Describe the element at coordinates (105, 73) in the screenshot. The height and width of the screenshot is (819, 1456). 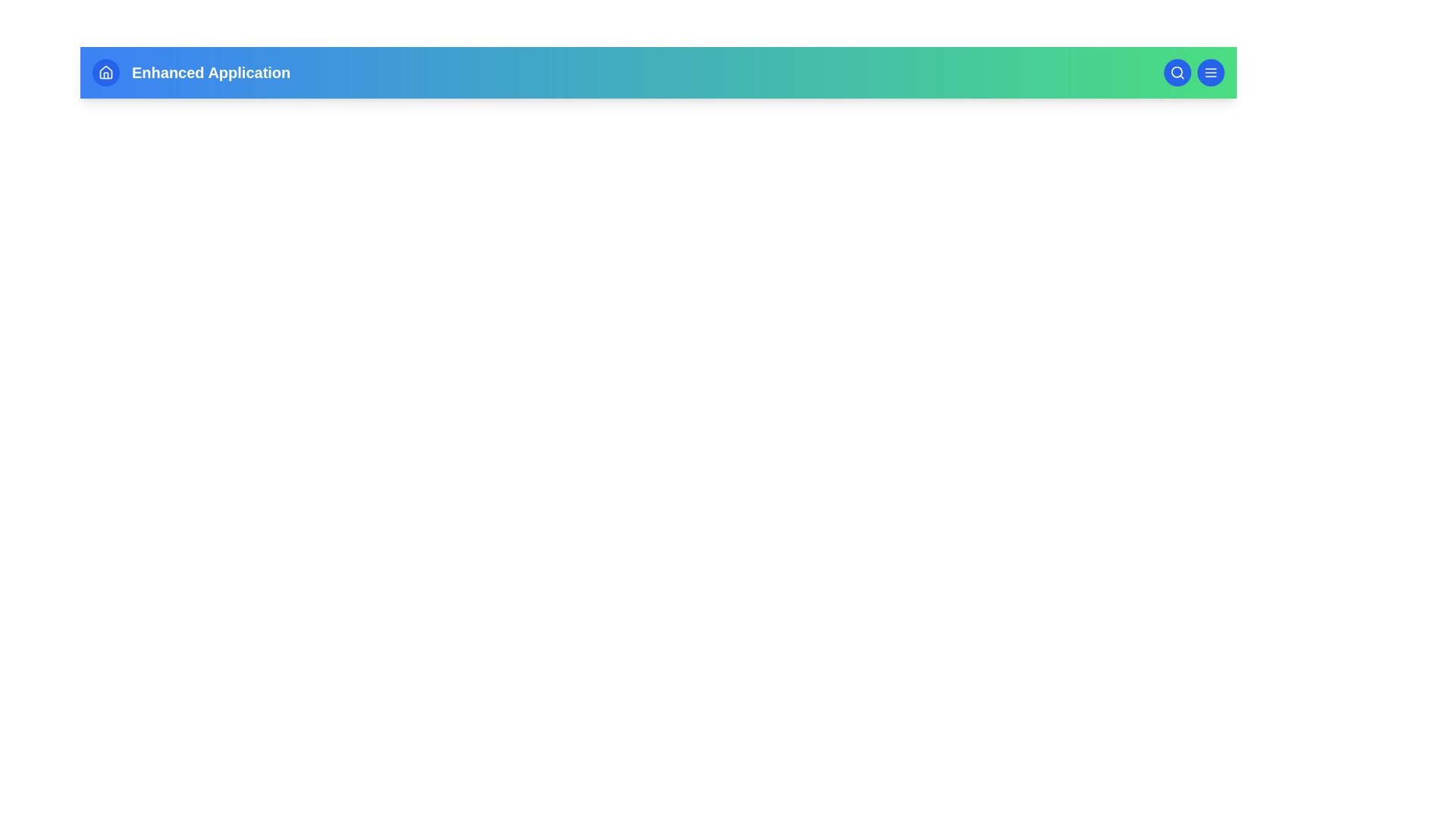
I see `the house-shaped icon within the circular blue button located on the left side of the header bar` at that location.